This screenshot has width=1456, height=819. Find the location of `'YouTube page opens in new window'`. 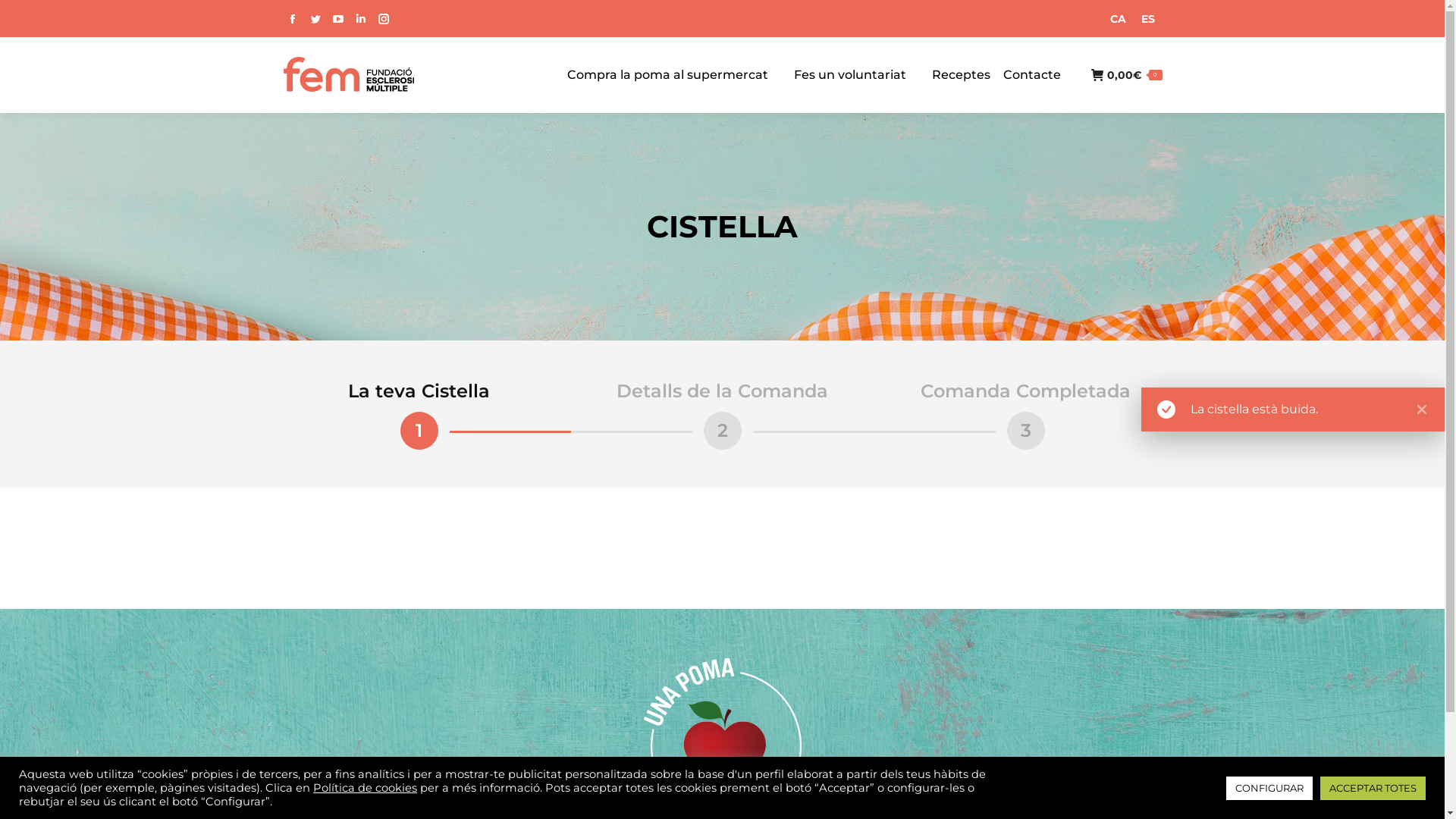

'YouTube page opens in new window' is located at coordinates (327, 18).